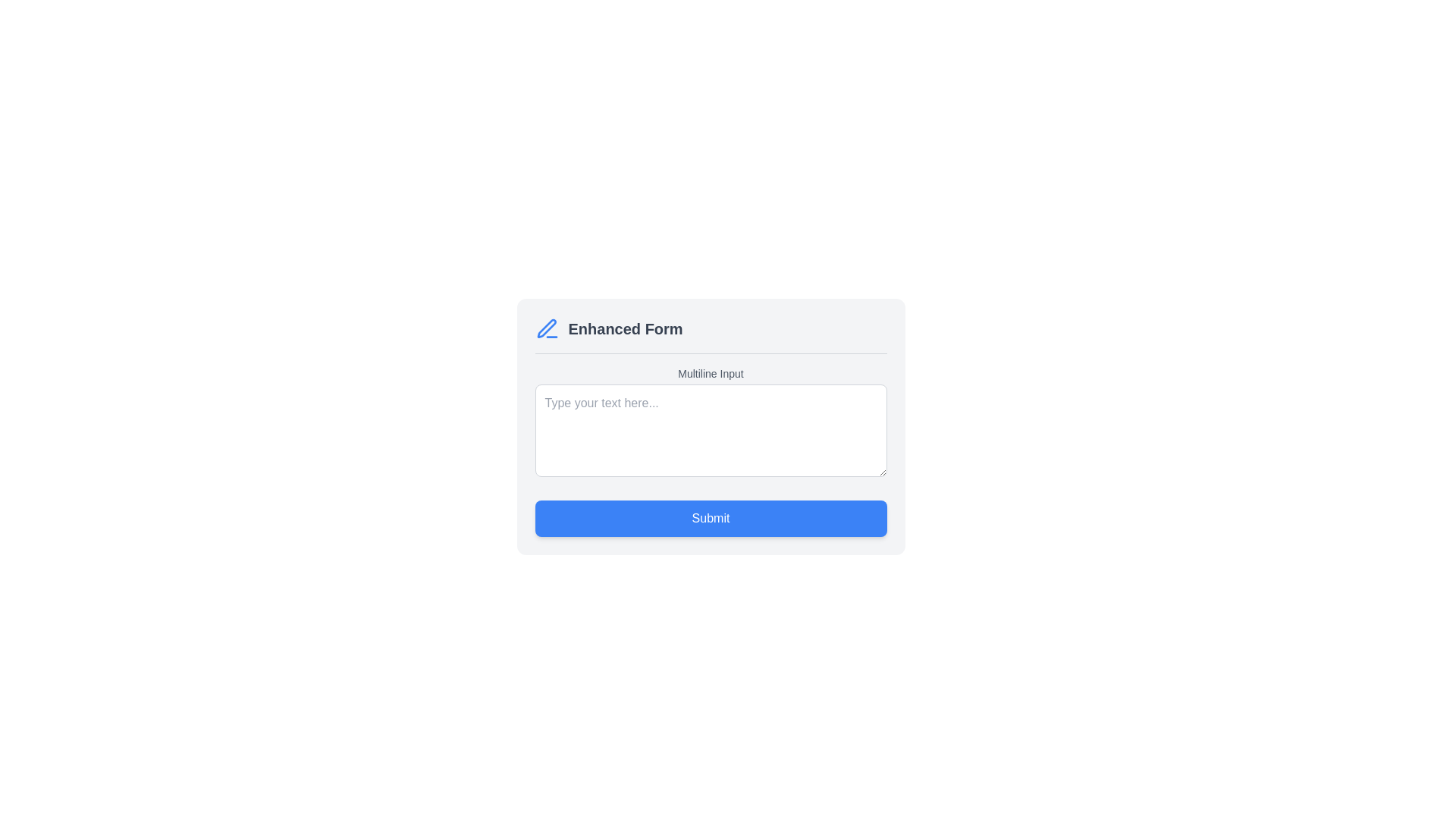 The width and height of the screenshot is (1456, 819). I want to click on the stylized pen icon with a thin blue outline located to the left of the 'Enhanced Form' text in the header section, so click(546, 328).